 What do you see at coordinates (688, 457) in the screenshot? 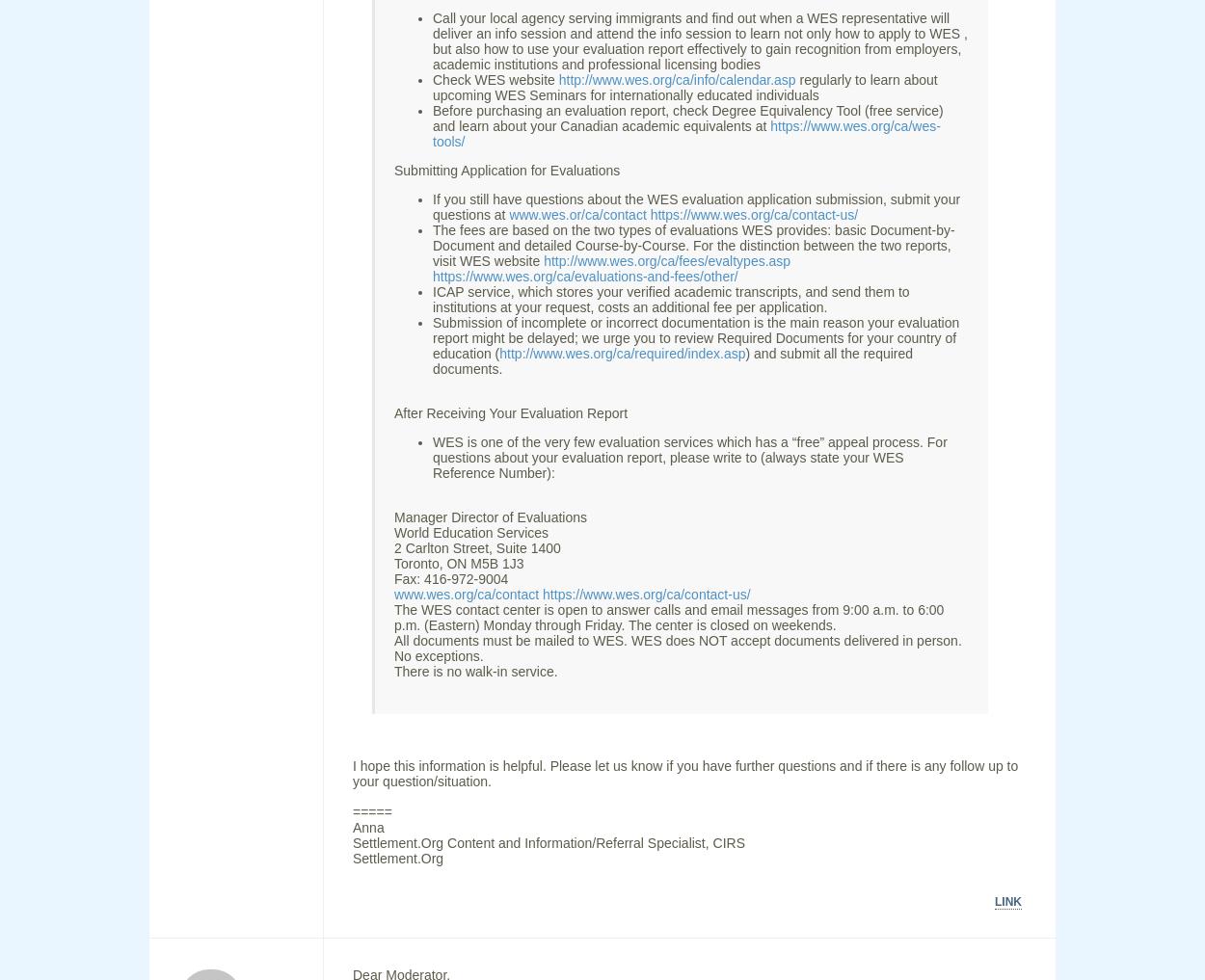
I see `'WES is one of the very few evaluation services which has a “free” appeal process.  For questions about your evaluation report, please write to (always state your WES Reference Number):'` at bounding box center [688, 457].